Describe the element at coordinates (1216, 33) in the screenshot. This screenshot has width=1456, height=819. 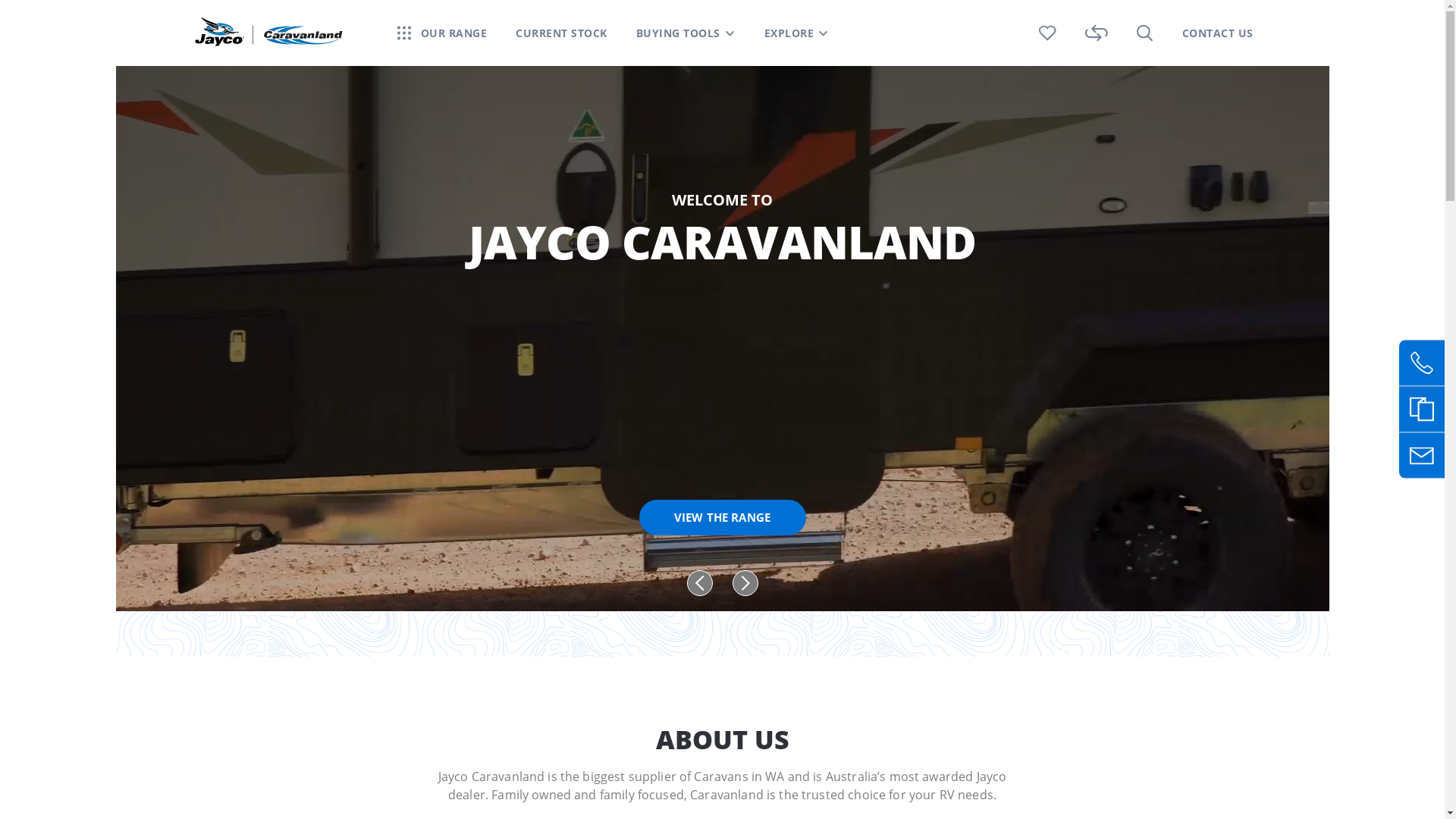
I see `'CONTACT US'` at that location.